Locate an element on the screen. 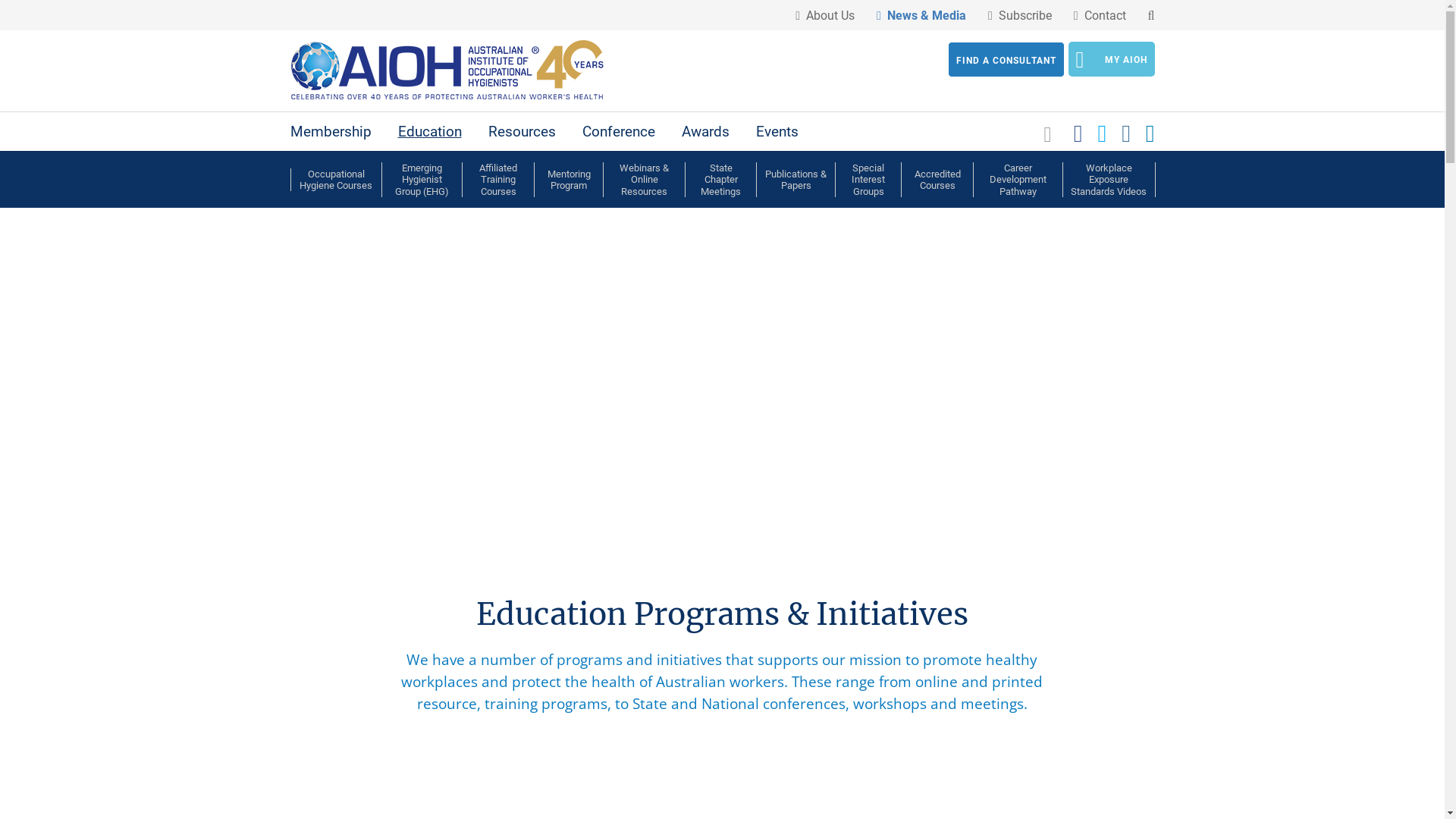 This screenshot has height=819, width=1456. 'Resources' is located at coordinates (522, 130).